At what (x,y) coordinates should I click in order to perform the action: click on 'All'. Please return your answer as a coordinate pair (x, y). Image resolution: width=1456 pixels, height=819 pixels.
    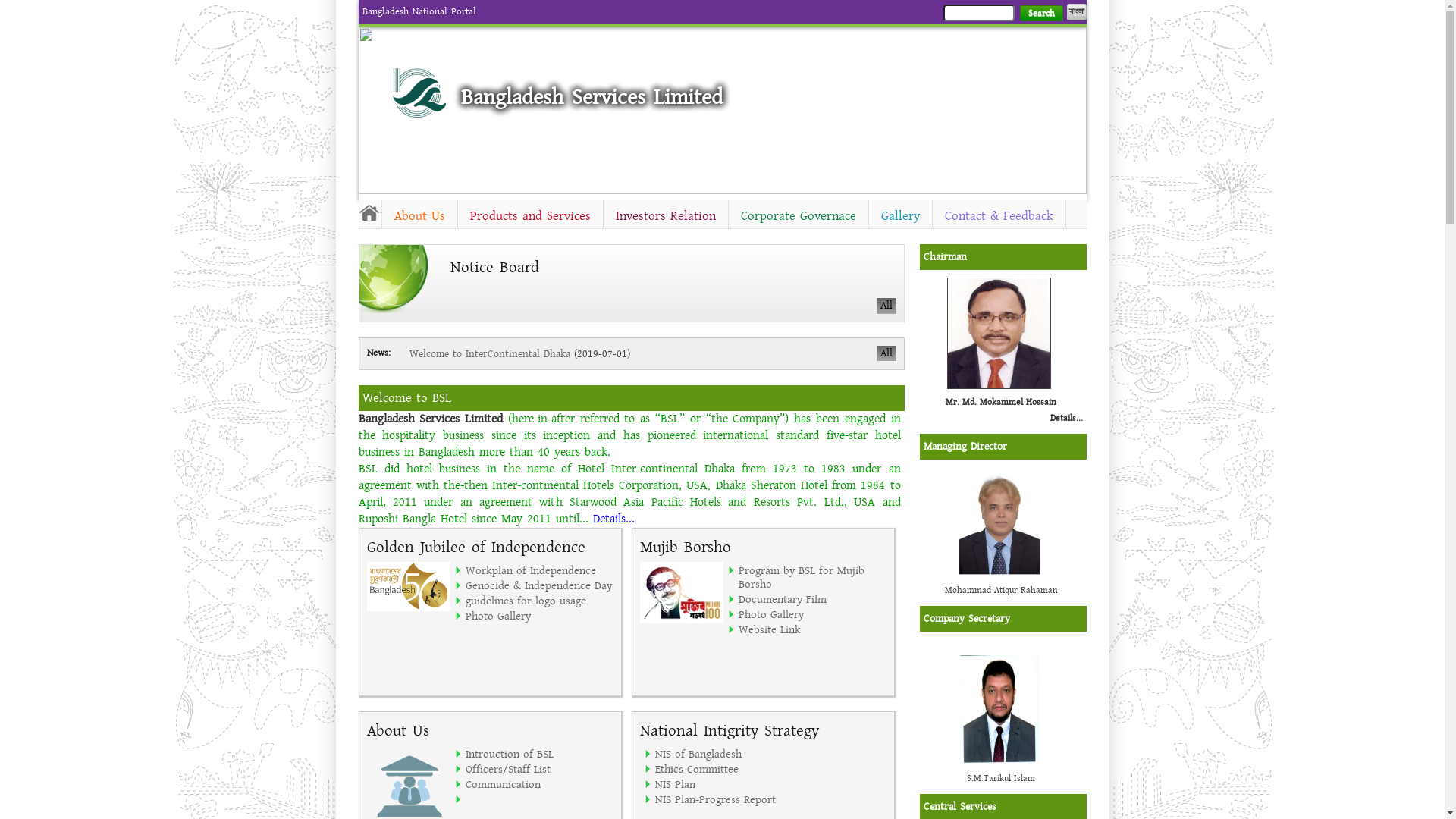
    Looking at the image, I should click on (886, 353).